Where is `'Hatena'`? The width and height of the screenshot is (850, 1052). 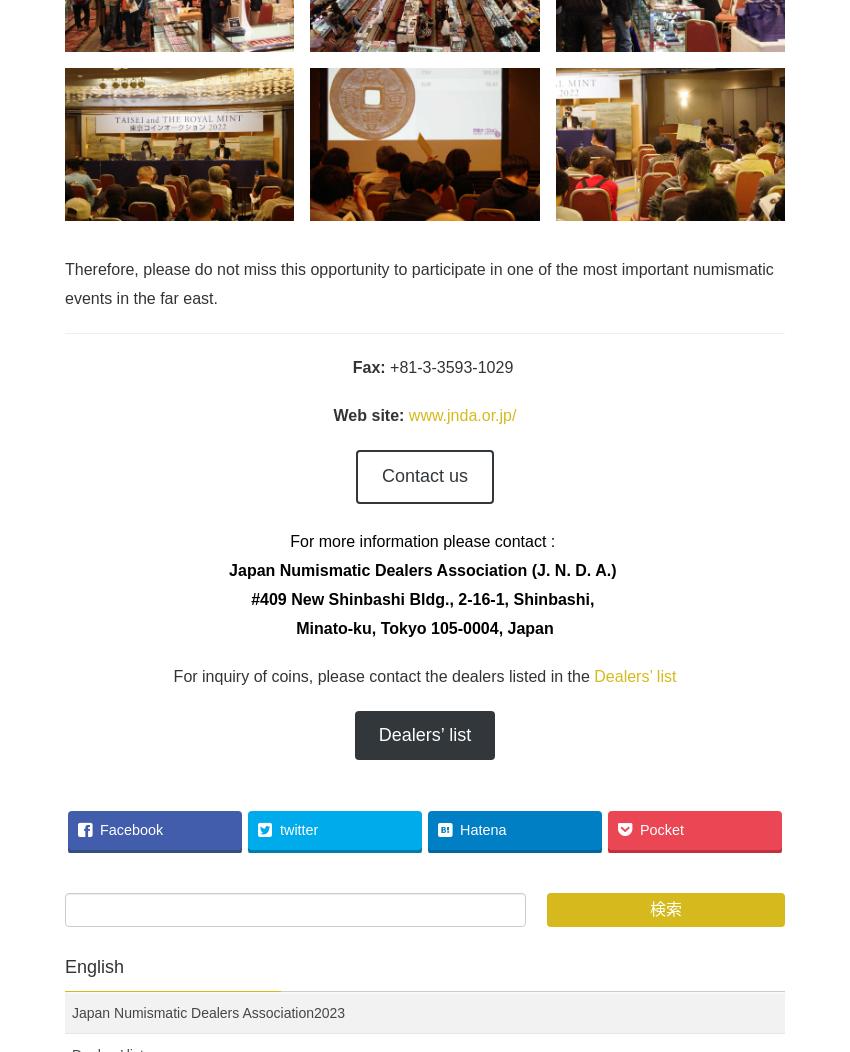 'Hatena' is located at coordinates (482, 830).